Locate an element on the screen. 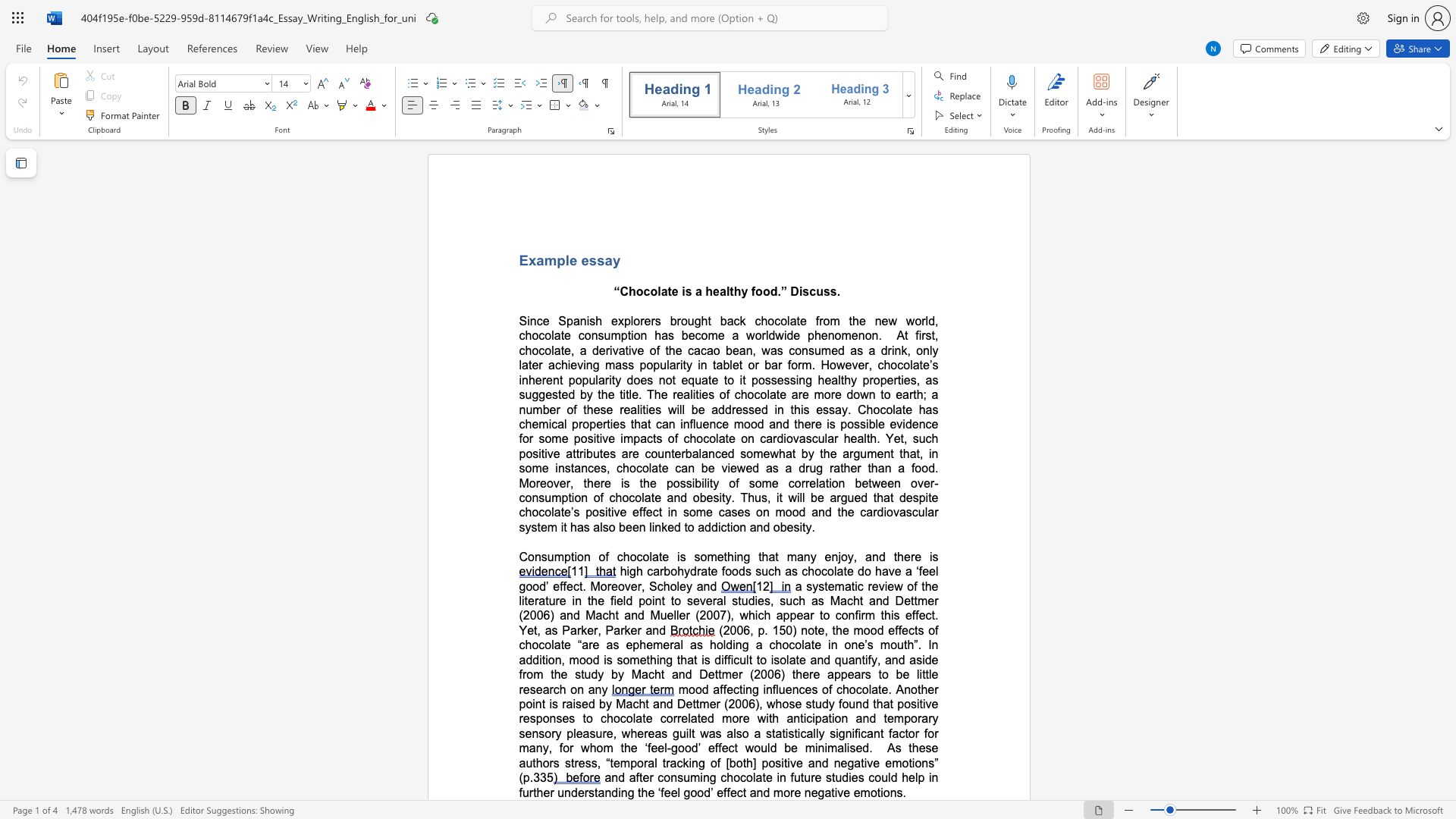  the subset text "e, a derivative of the cacao bean, was consumed as a drink, onl" within the text "At first, chocolate, a derivative of the cacao bean, was consumed as a drink, only later achieving mass popularity in tablet or bar form. However, chocolate’s inherent popularity does not equate to it" is located at coordinates (563, 350).